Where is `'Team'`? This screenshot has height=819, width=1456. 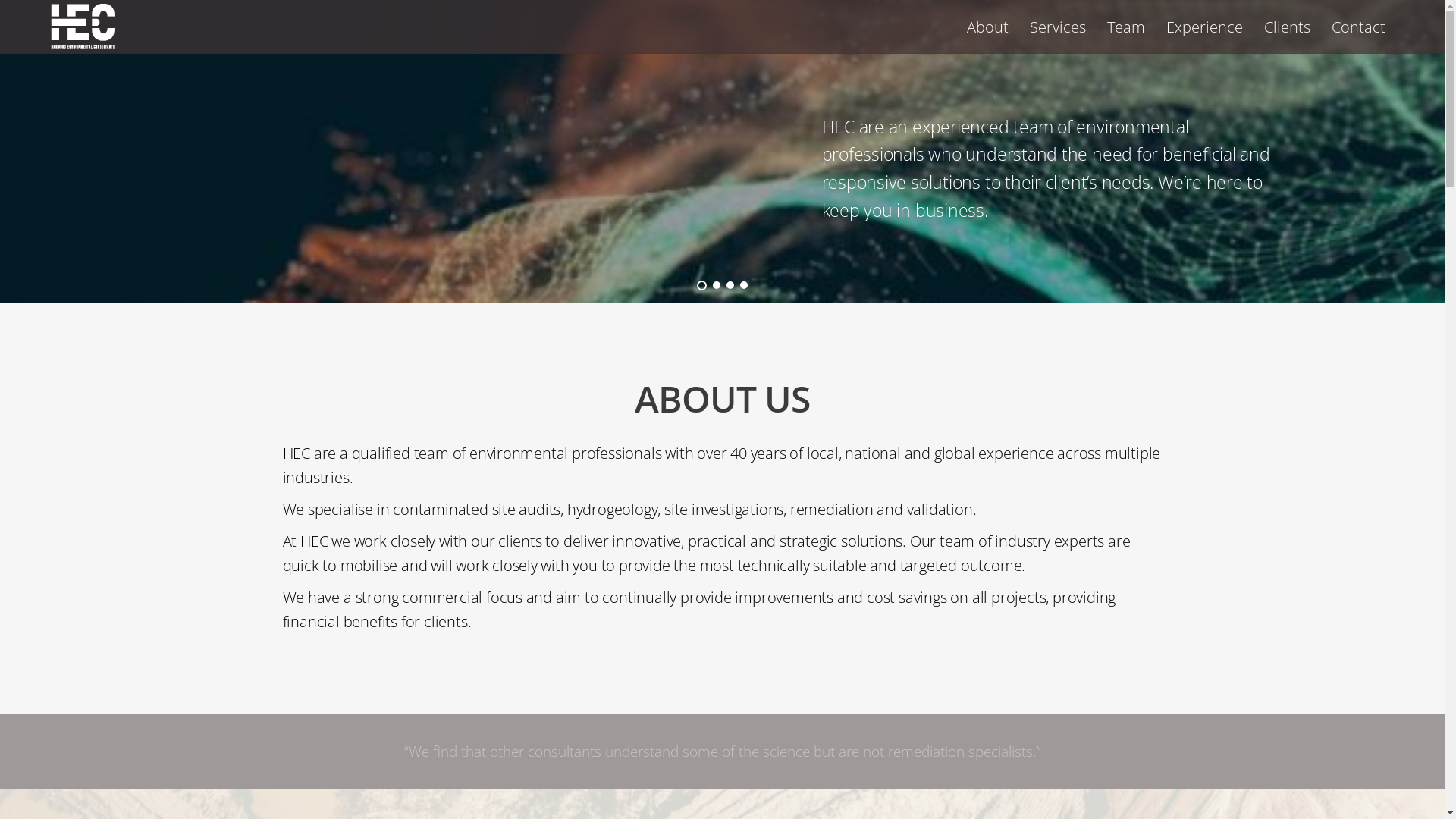
'Team' is located at coordinates (1098, 27).